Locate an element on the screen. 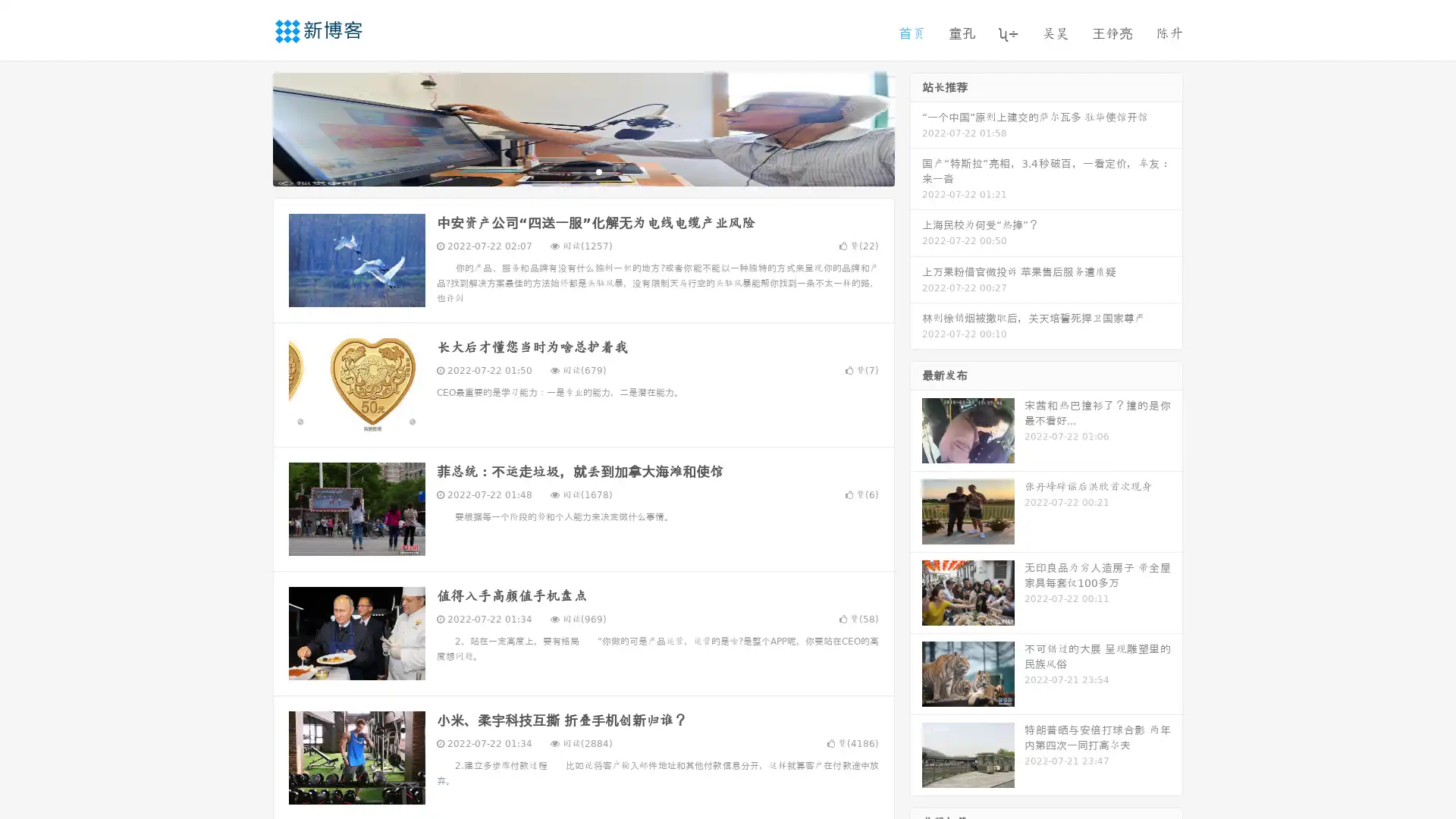  Go to slide 3 is located at coordinates (598, 171).